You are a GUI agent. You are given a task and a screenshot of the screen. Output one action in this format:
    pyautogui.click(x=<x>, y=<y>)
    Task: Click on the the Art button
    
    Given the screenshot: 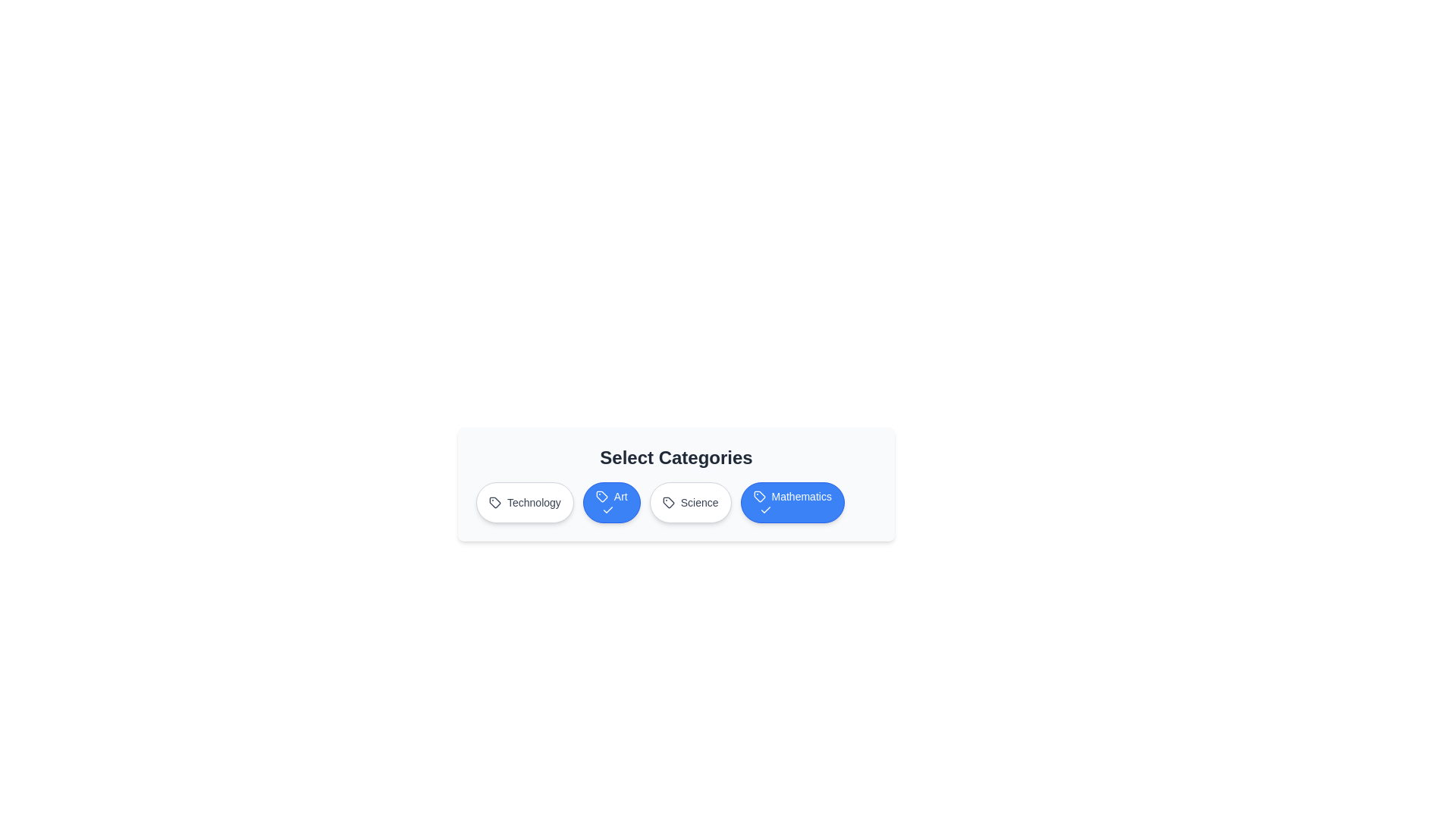 What is the action you would take?
    pyautogui.click(x=611, y=503)
    